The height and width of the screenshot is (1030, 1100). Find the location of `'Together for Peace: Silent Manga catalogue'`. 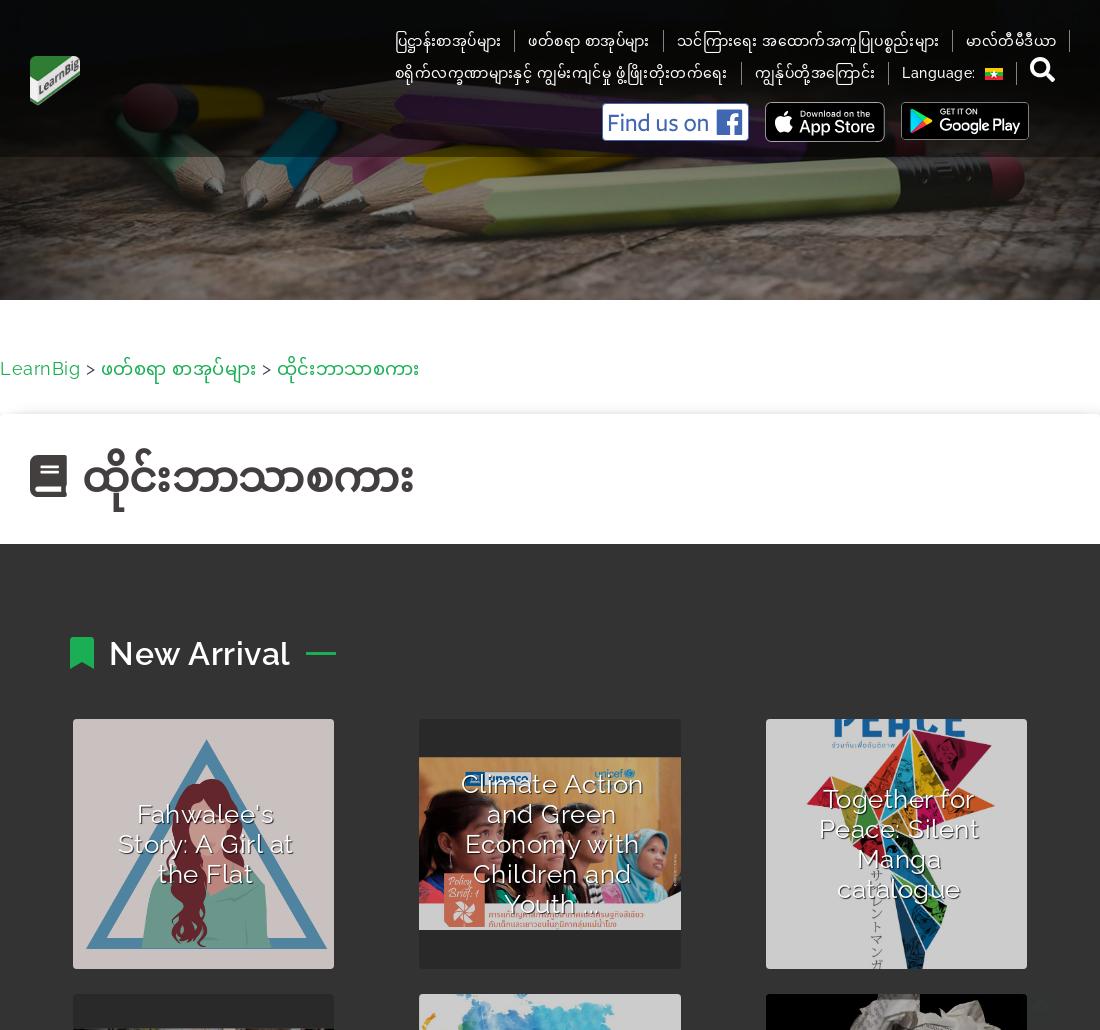

'Together for Peace: Silent Manga catalogue' is located at coordinates (898, 841).